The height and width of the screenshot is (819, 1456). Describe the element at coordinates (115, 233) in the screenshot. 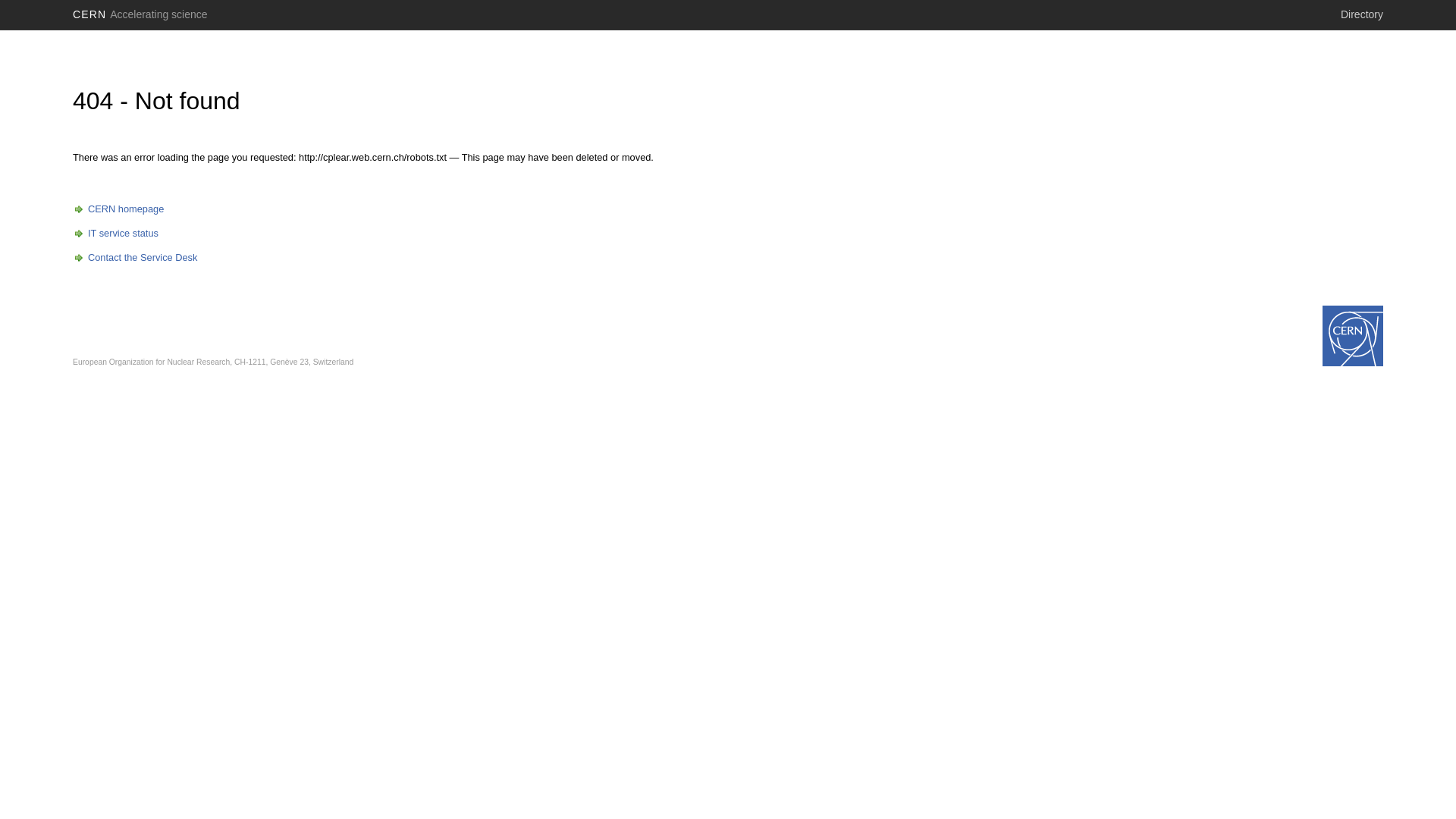

I see `'IT service status'` at that location.